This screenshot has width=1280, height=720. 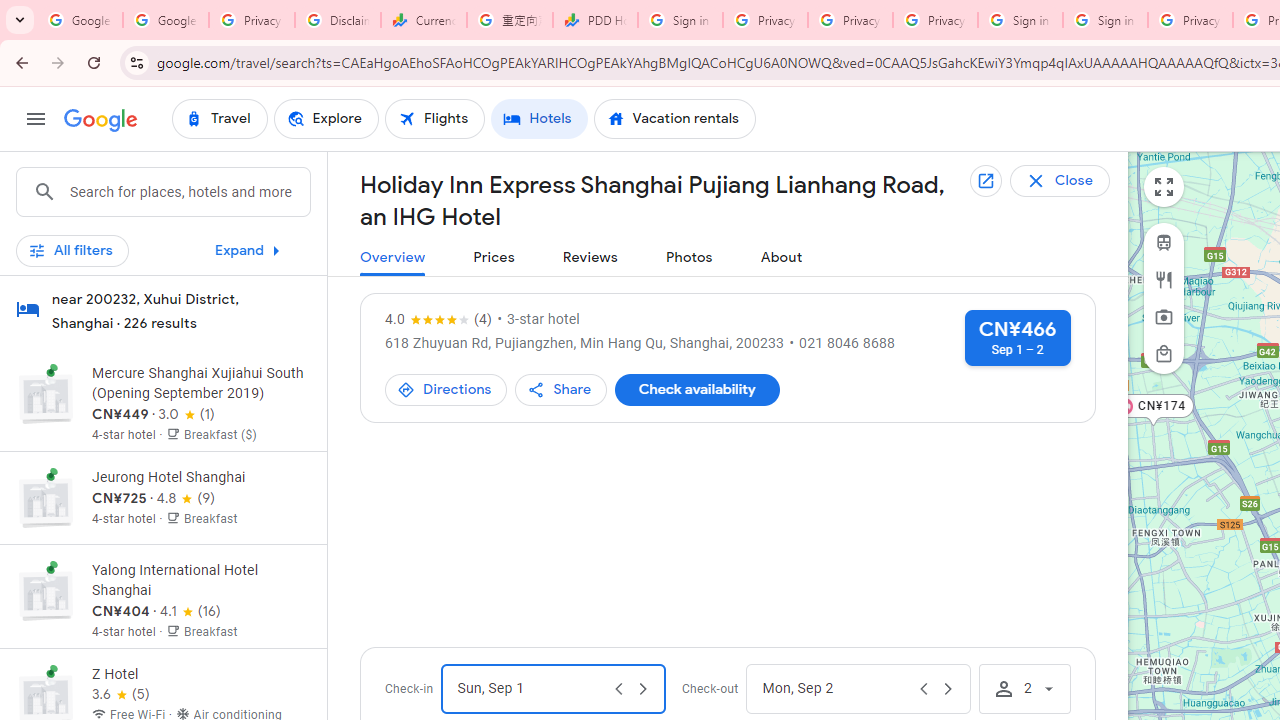 I want to click on 'Check availability', so click(x=696, y=389).